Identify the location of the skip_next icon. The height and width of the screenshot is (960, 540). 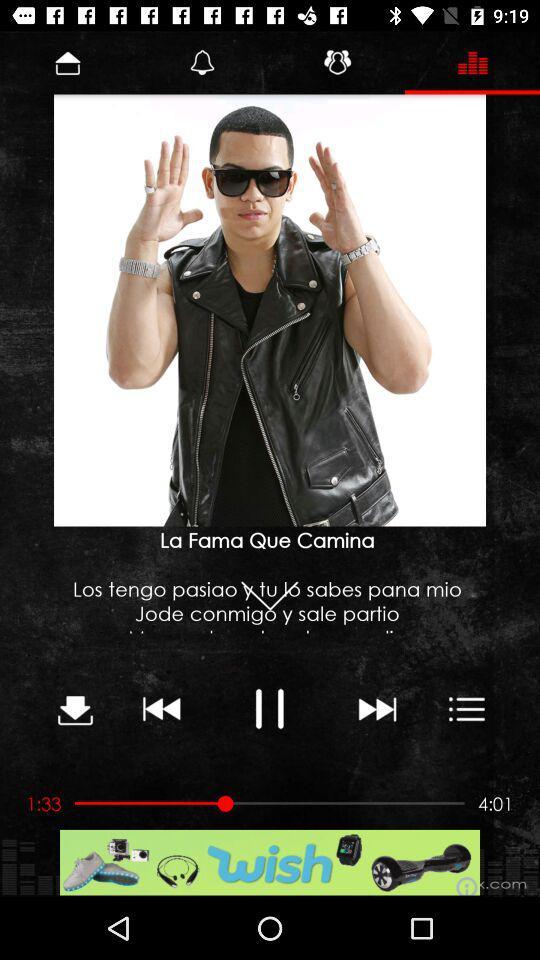
(376, 708).